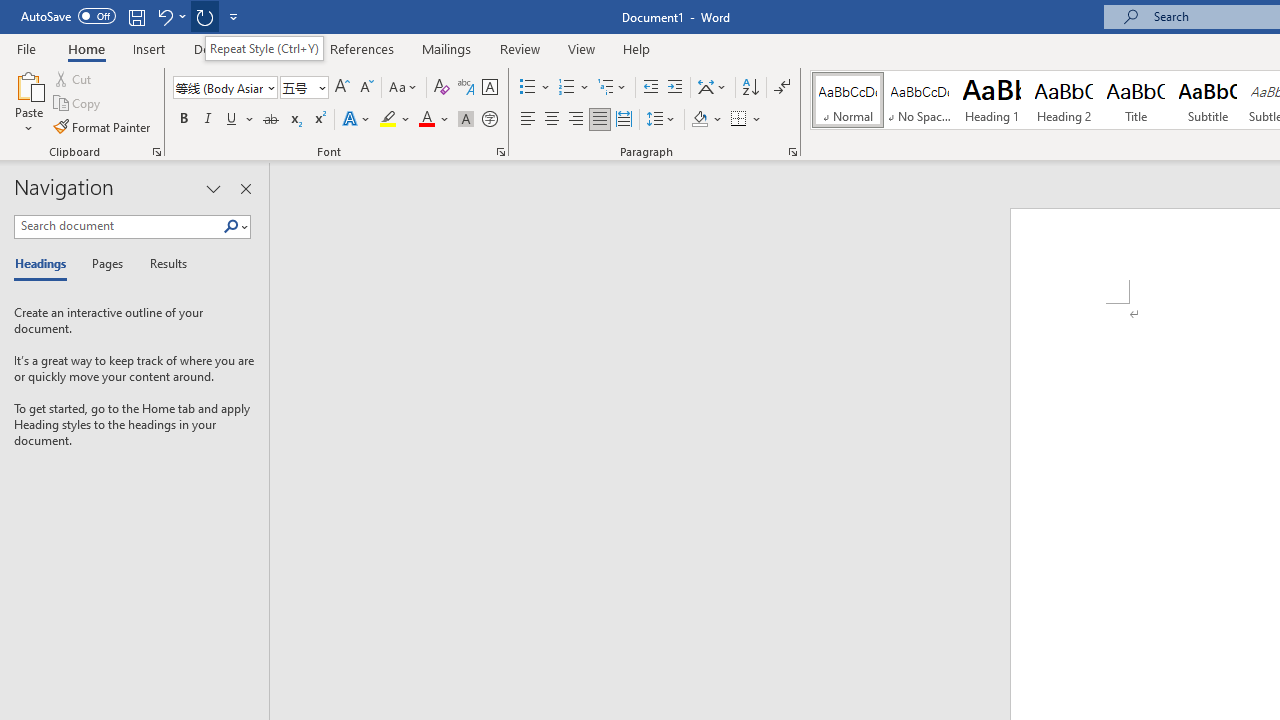  Describe the element at coordinates (245, 189) in the screenshot. I see `'Close pane'` at that location.